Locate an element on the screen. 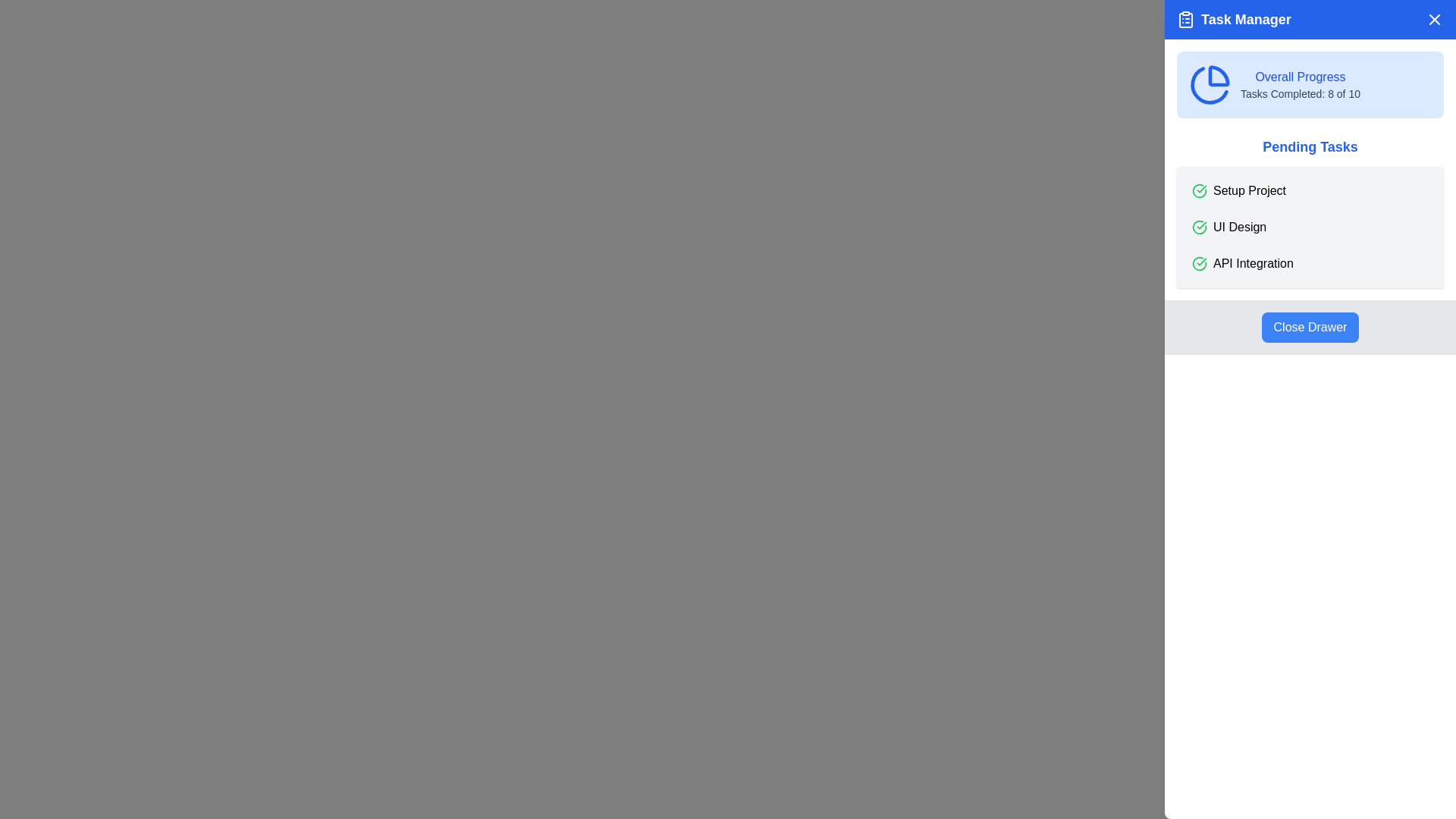  the text label representing the task 'UI Design' in the task list, which is the second entry in the panel on the right side of the page is located at coordinates (1240, 227).